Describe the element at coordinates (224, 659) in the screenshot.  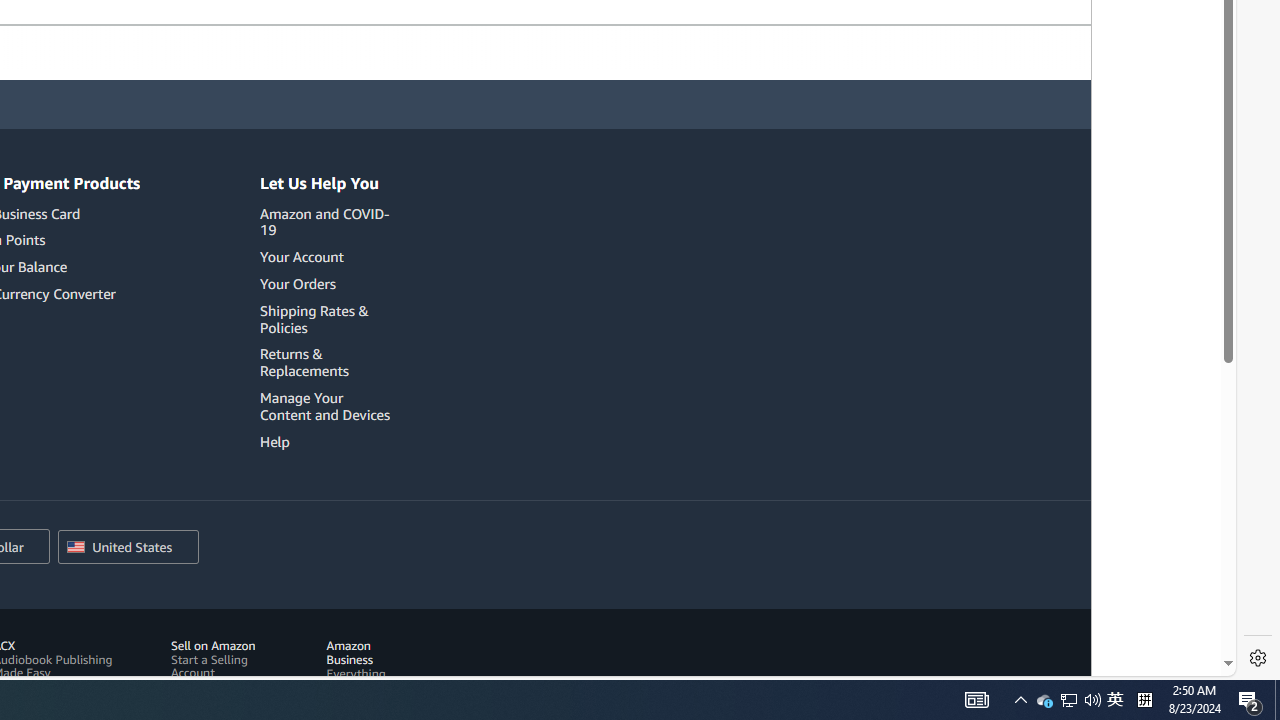
I see `'Sell on Amazon Start a Selling Account'` at that location.